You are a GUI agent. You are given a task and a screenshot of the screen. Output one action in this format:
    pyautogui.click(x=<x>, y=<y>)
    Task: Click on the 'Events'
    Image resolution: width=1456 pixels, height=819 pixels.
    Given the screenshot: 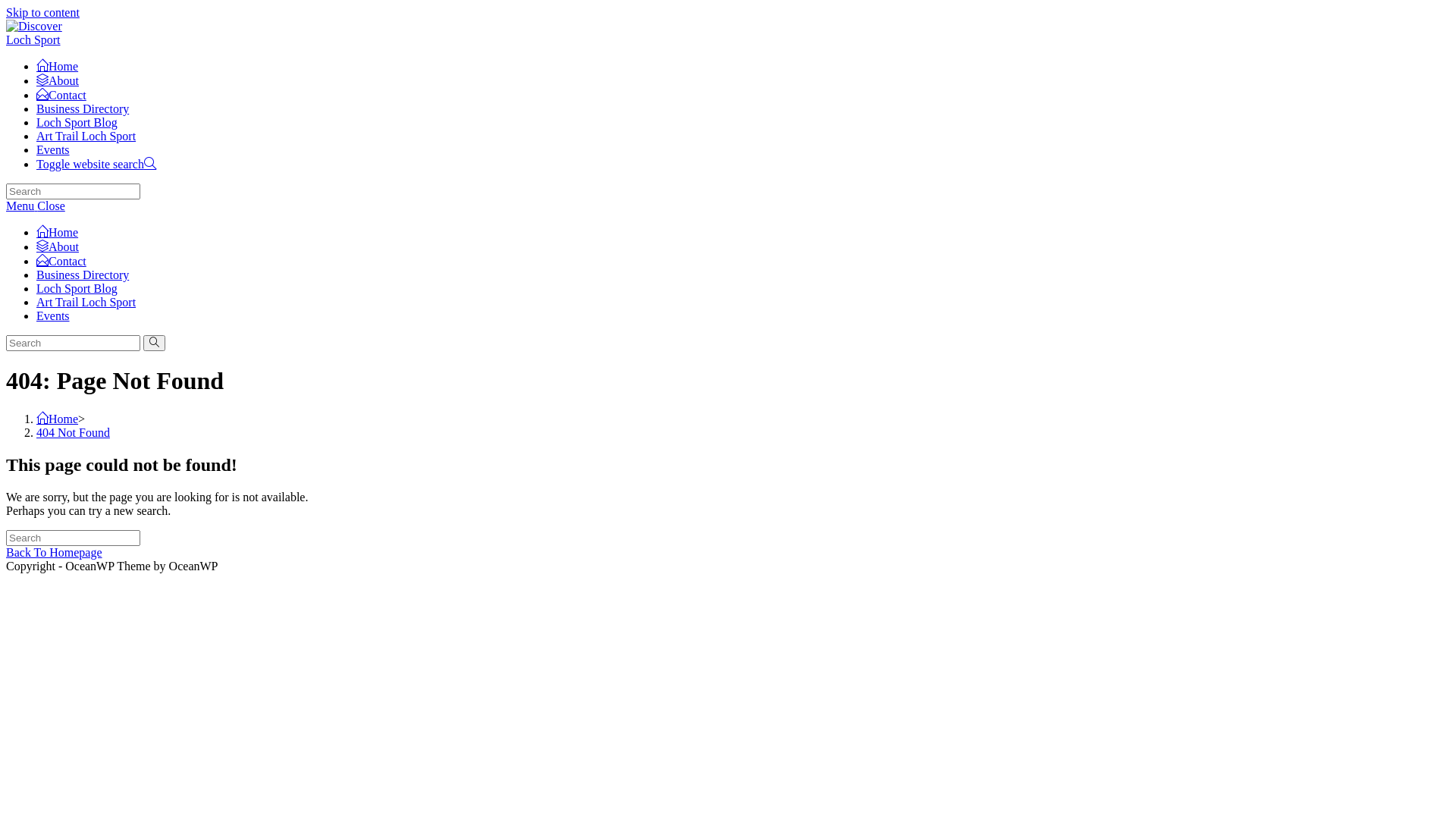 What is the action you would take?
    pyautogui.click(x=53, y=149)
    